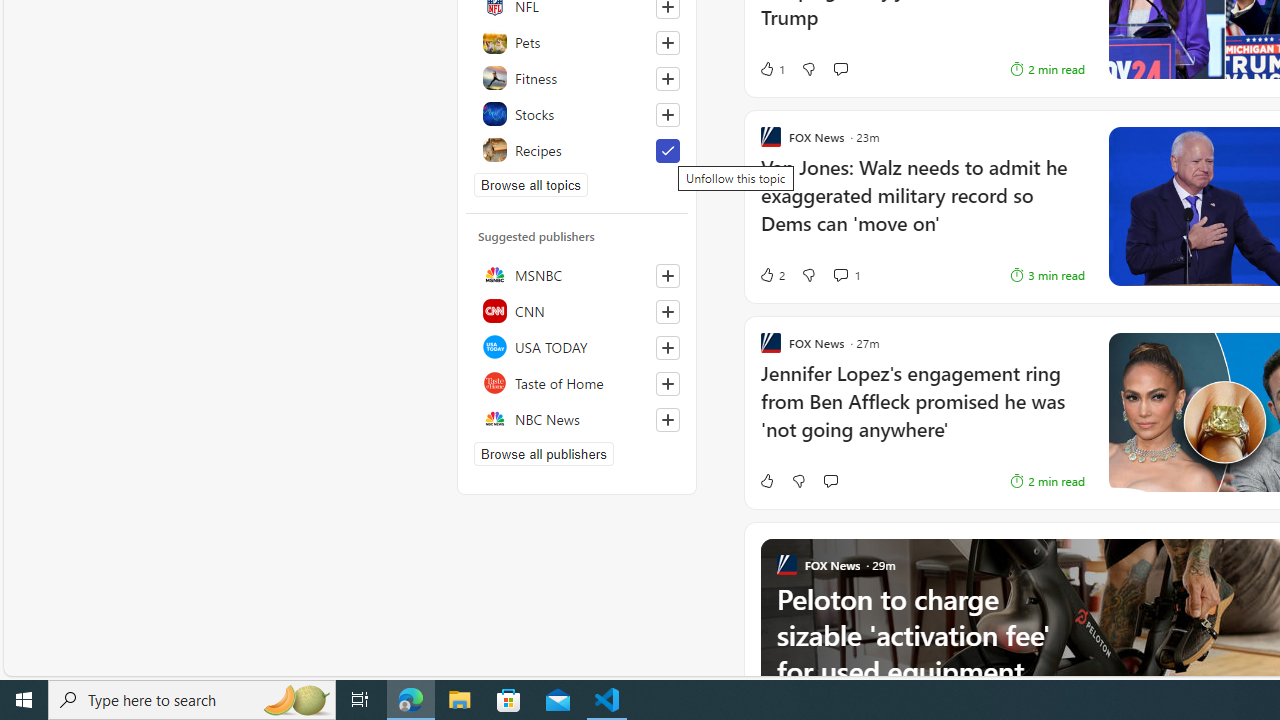 The image size is (1280, 720). Describe the element at coordinates (765, 480) in the screenshot. I see `'Like'` at that location.